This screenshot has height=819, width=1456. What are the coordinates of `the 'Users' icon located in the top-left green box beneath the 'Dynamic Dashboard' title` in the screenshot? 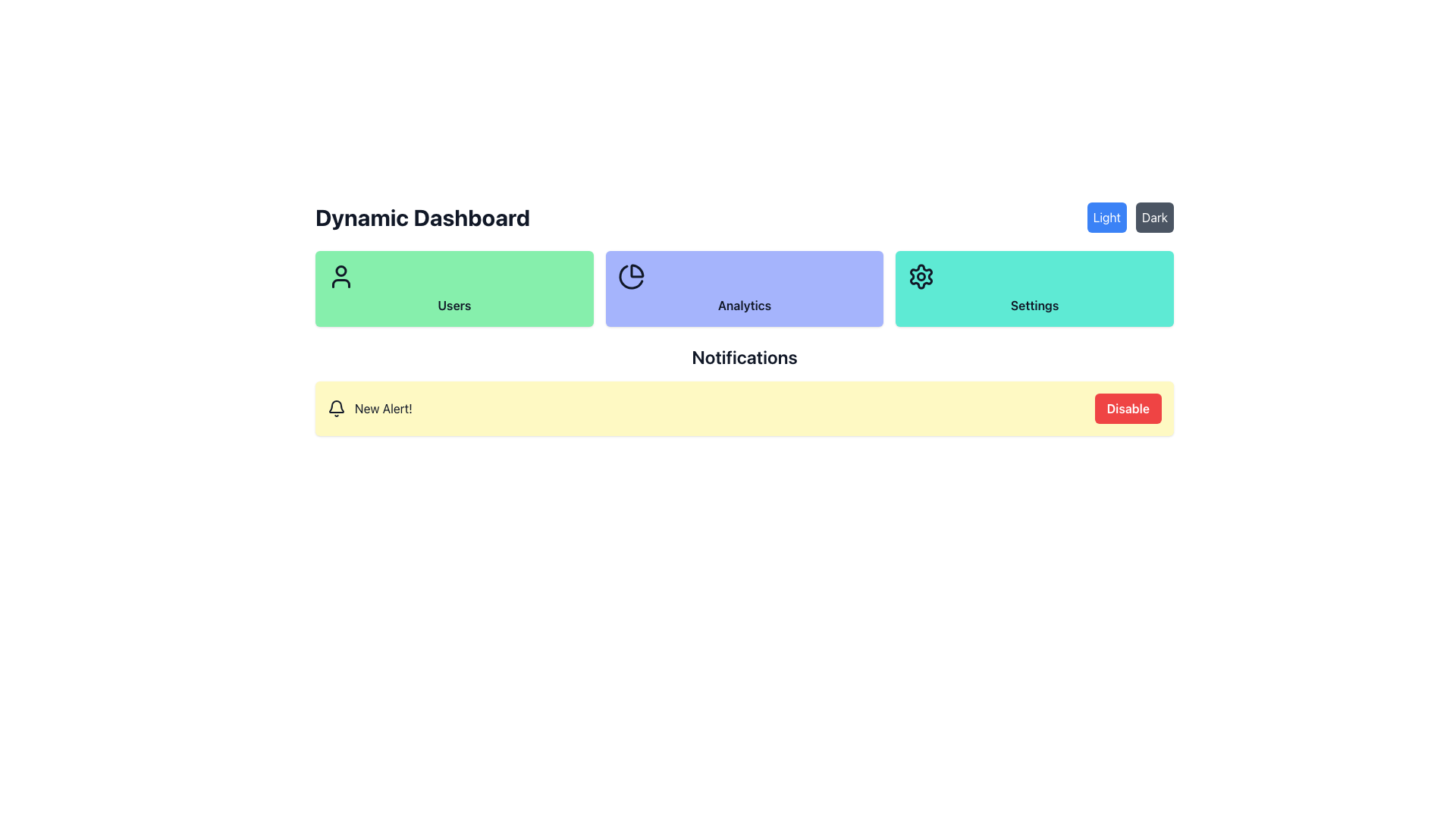 It's located at (340, 277).